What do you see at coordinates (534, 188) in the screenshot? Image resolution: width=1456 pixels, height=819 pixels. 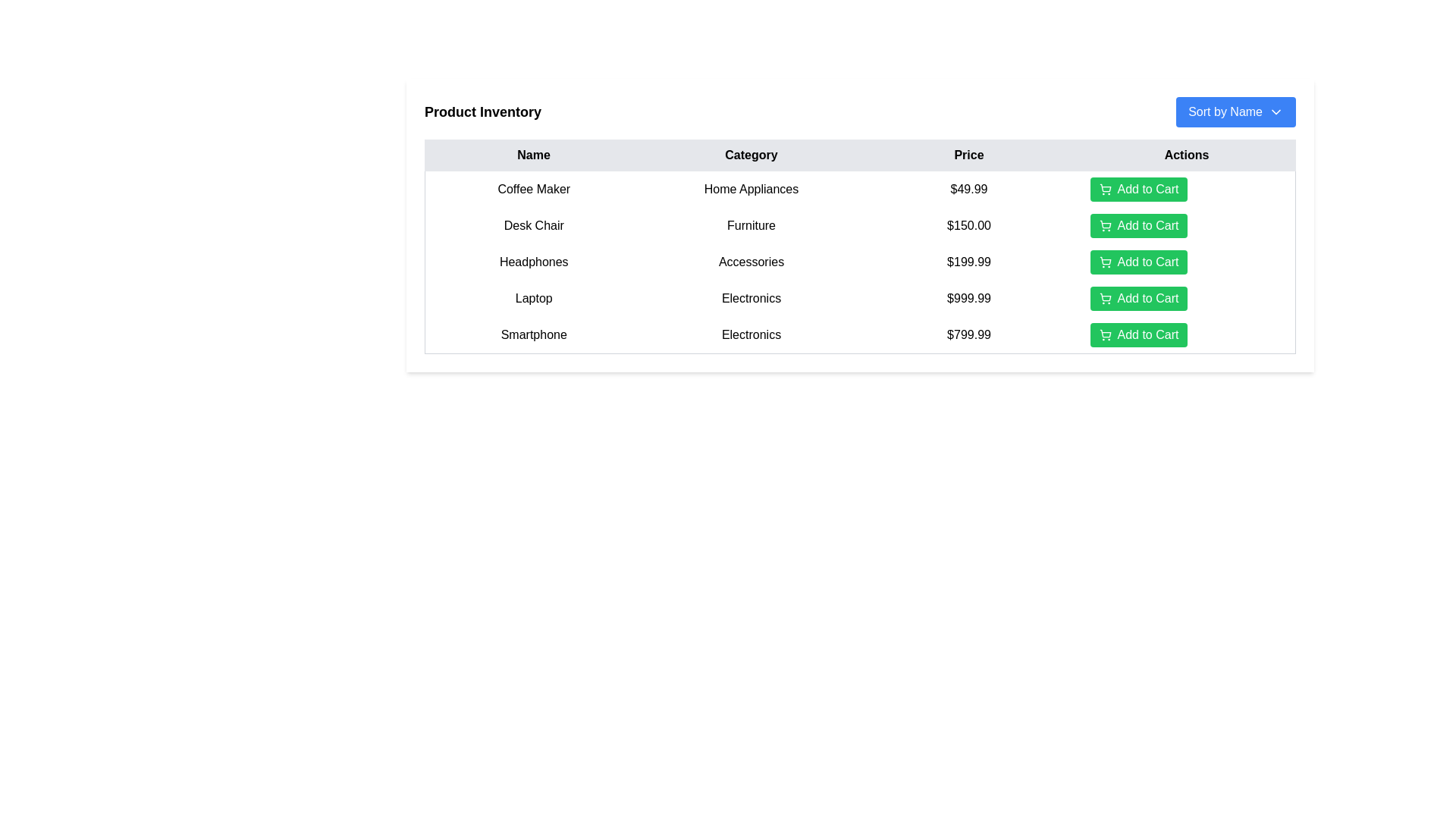 I see `the text block element displaying 'Coffee Maker', which is the first cell in the row under the 'Name' column of the product information table` at bounding box center [534, 188].